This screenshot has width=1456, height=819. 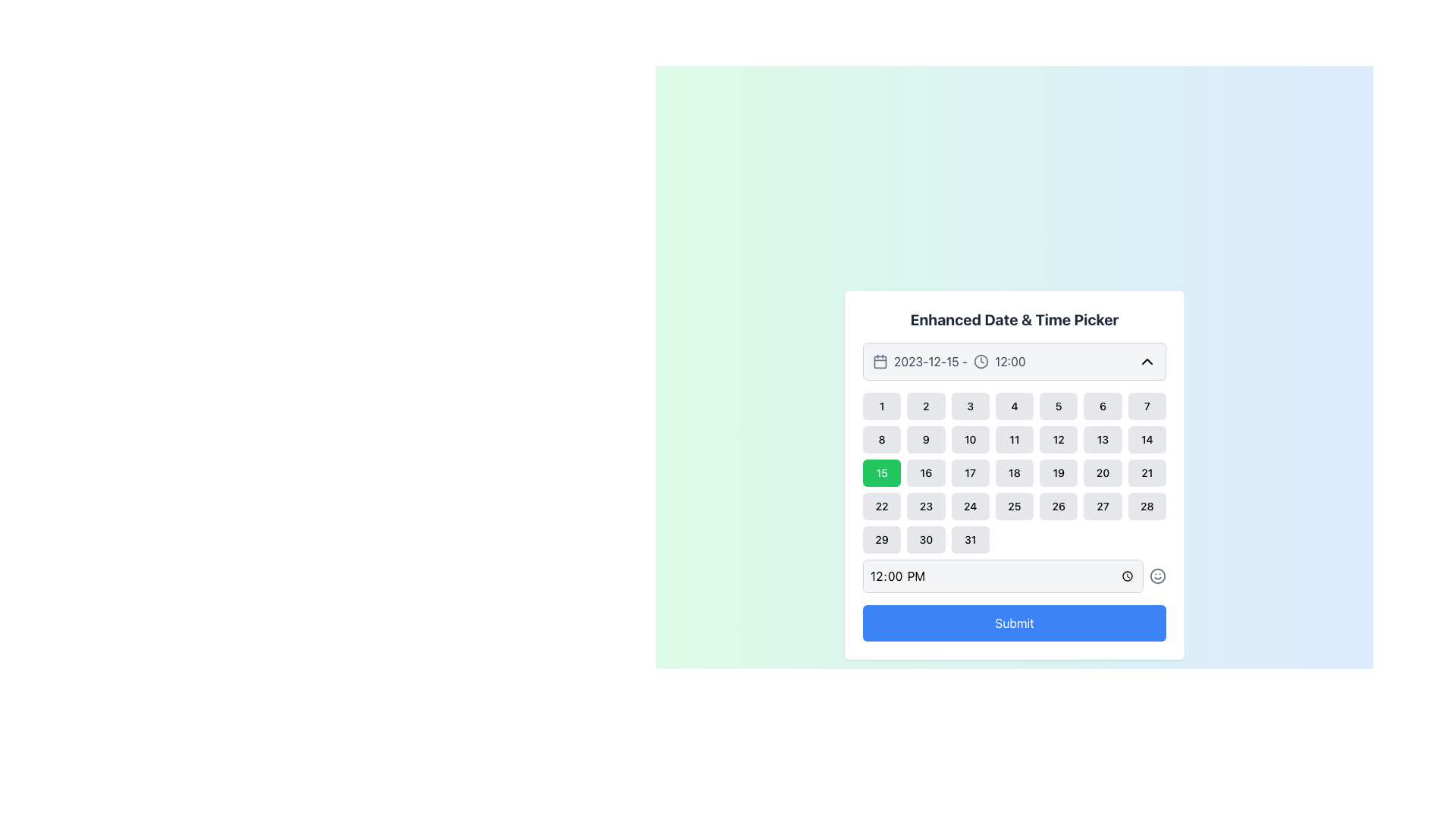 What do you see at coordinates (1015, 439) in the screenshot?
I see `the square button with a rounded border, shaded in light gray, containing the number '11' in black text` at bounding box center [1015, 439].